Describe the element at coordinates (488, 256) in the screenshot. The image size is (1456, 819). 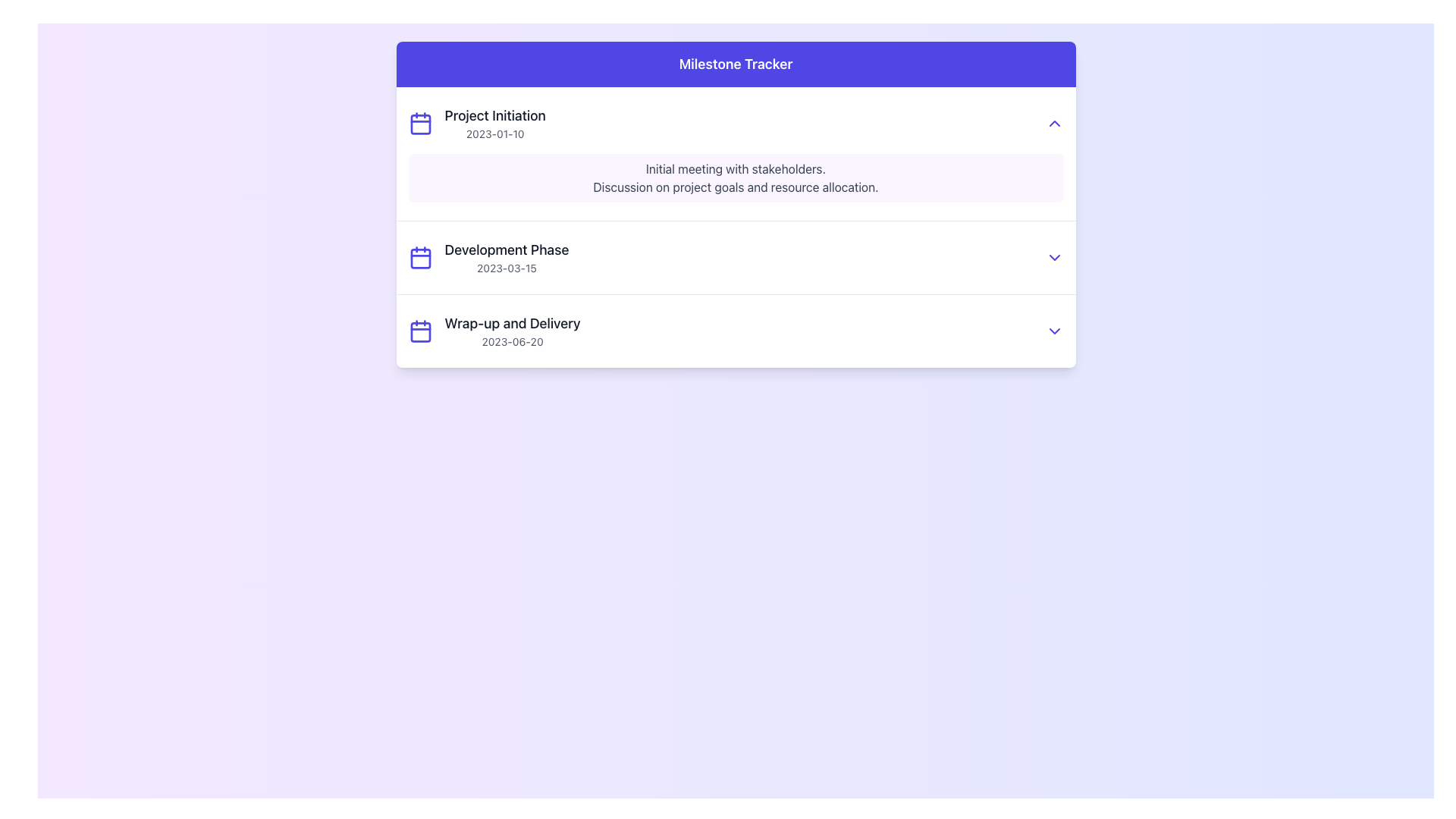
I see `to select the 'Development Phase' list item, which is the second entry in the milestones list, featuring a bold label and an indigo calendar icon` at that location.